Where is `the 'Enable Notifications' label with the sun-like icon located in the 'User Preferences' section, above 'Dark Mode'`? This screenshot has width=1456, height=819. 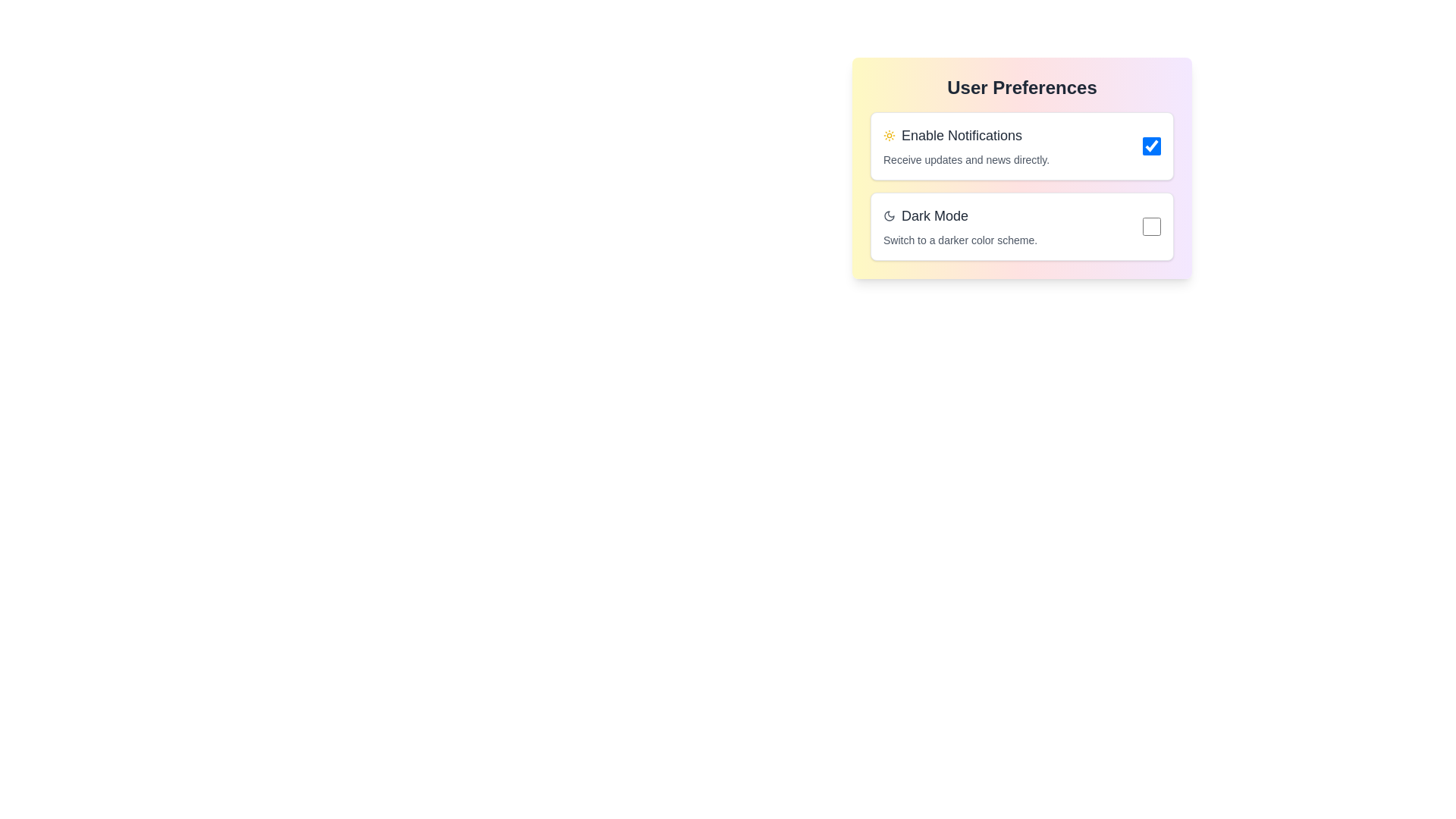
the 'Enable Notifications' label with the sun-like icon located in the 'User Preferences' section, above 'Dark Mode' is located at coordinates (965, 134).